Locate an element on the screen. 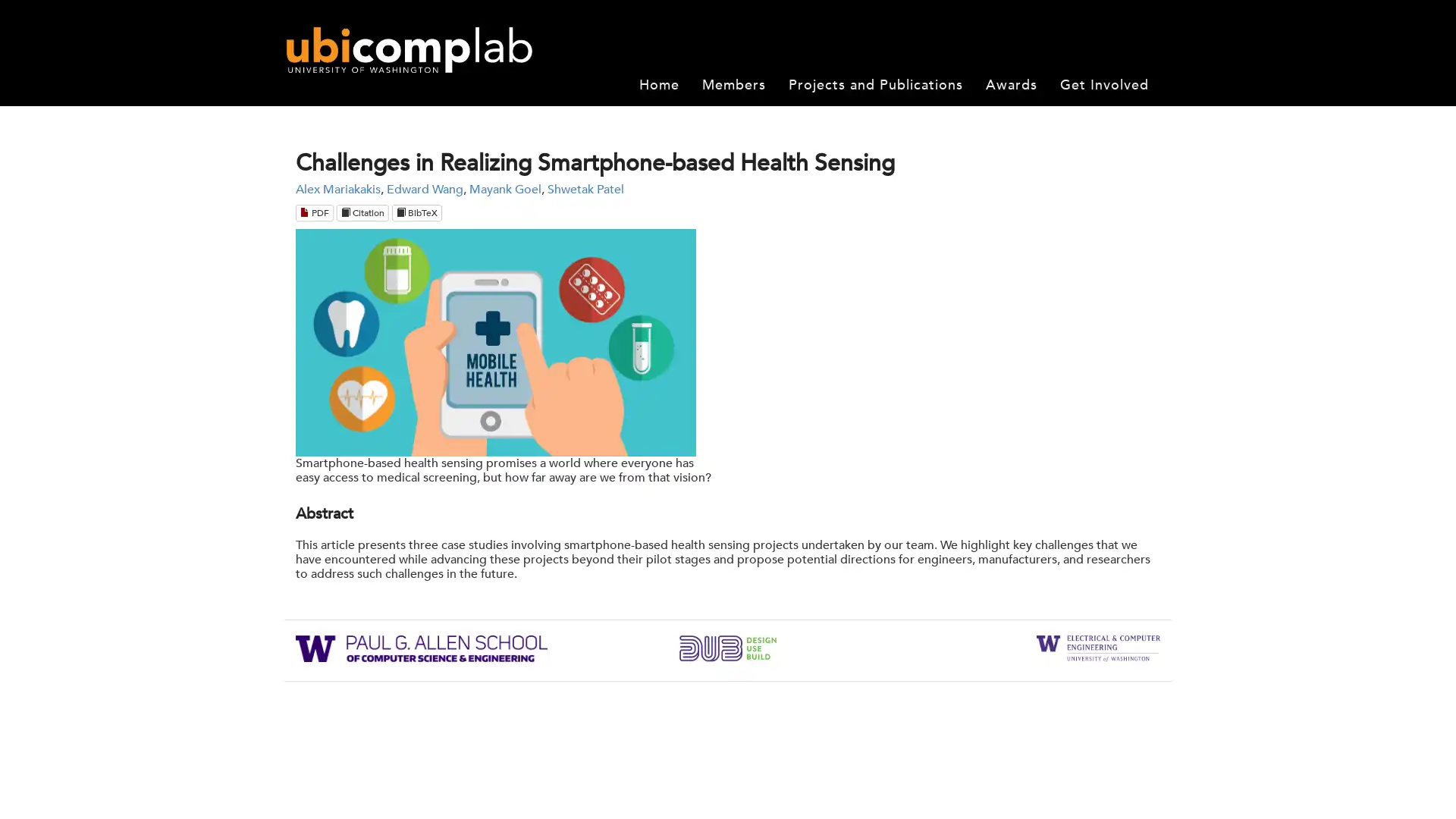 The height and width of the screenshot is (819, 1456). Citation is located at coordinates (362, 213).